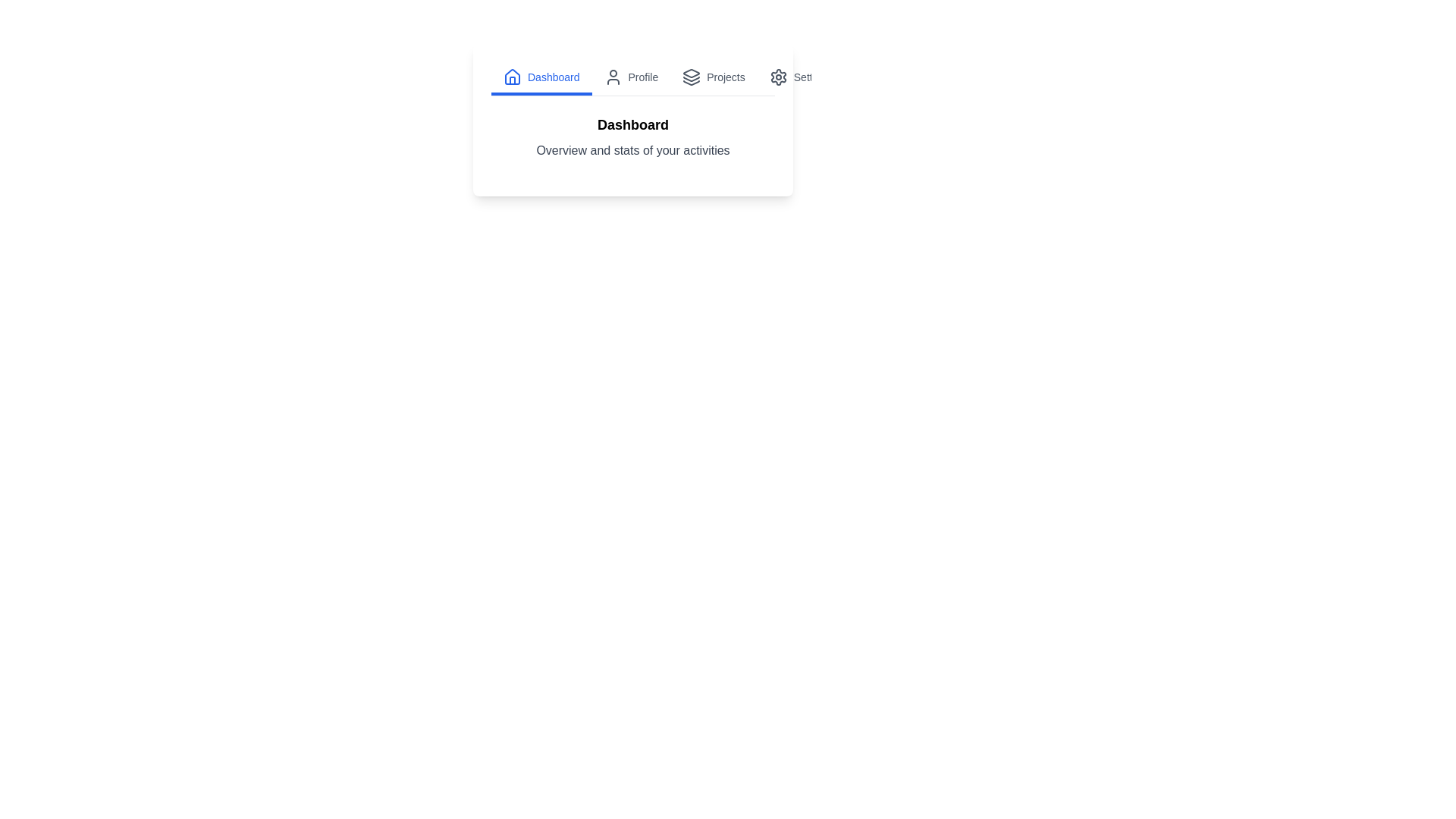 This screenshot has width=1456, height=819. What do you see at coordinates (691, 77) in the screenshot?
I see `the icon of the Projects tab` at bounding box center [691, 77].